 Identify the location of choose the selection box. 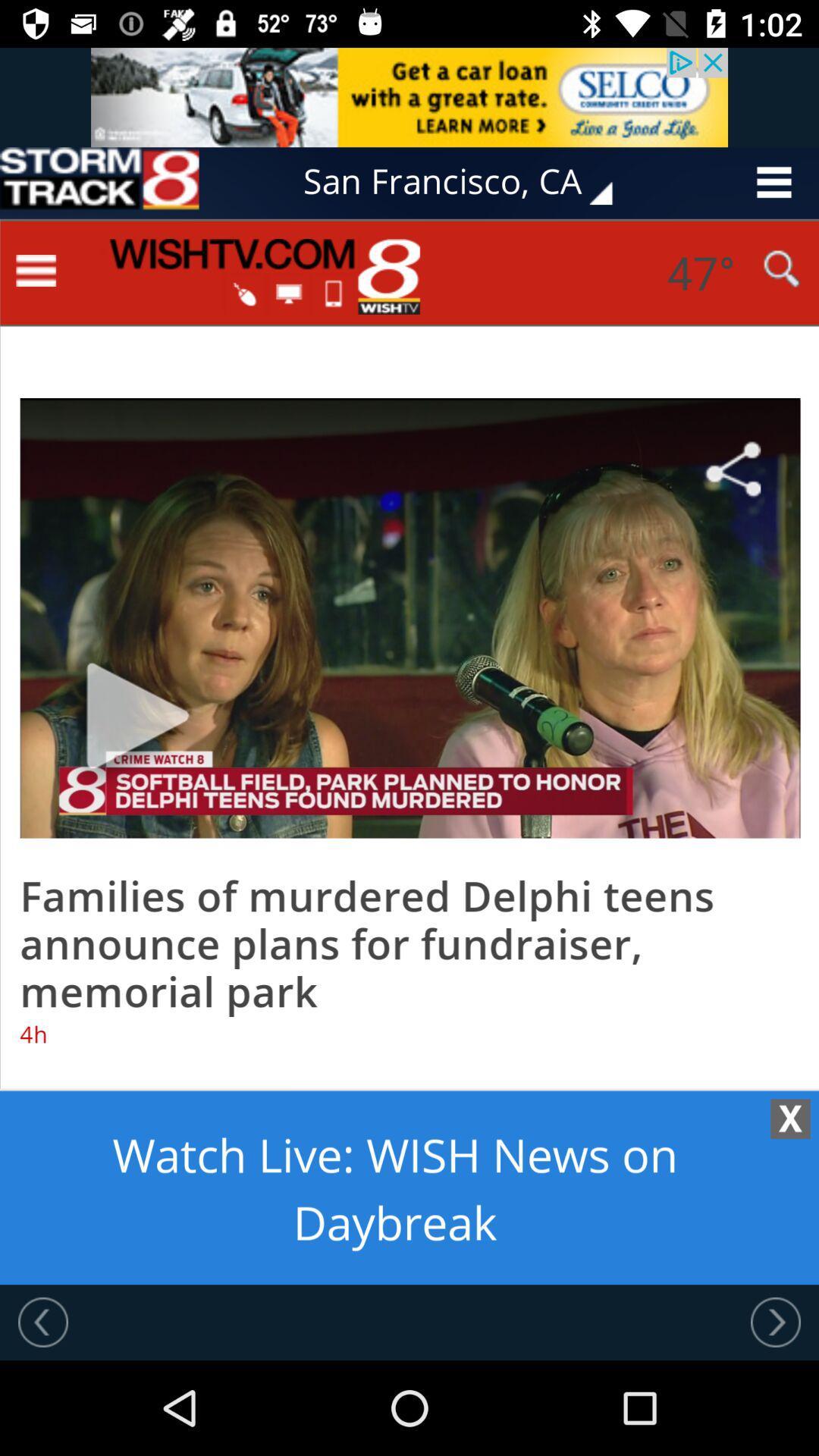
(99, 182).